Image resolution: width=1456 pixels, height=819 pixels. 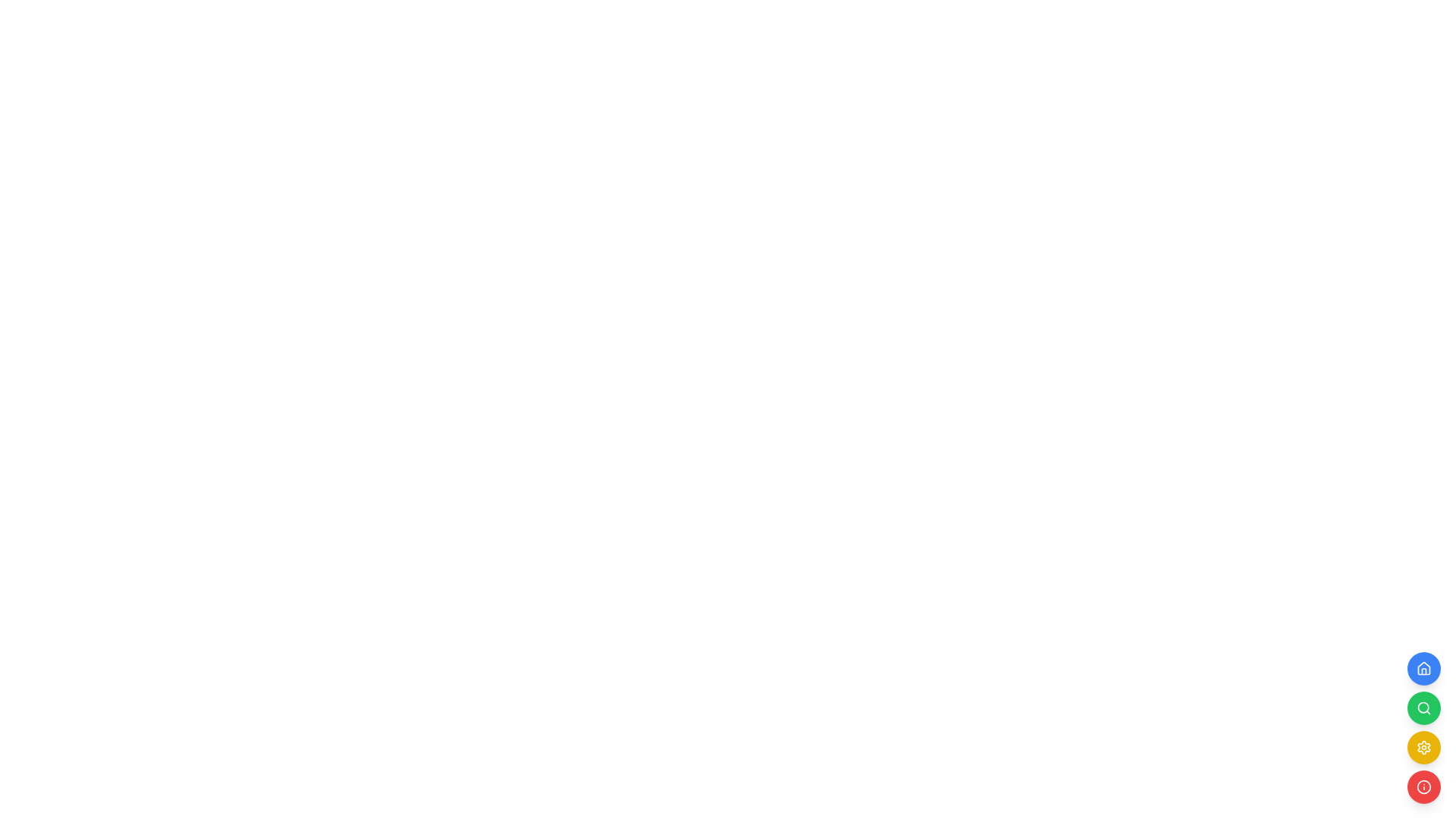 I want to click on the circular shape of the 'info' icon, which is a part of the SVG graphic element located at the bottom-right corner of the application interface, so click(x=1423, y=786).